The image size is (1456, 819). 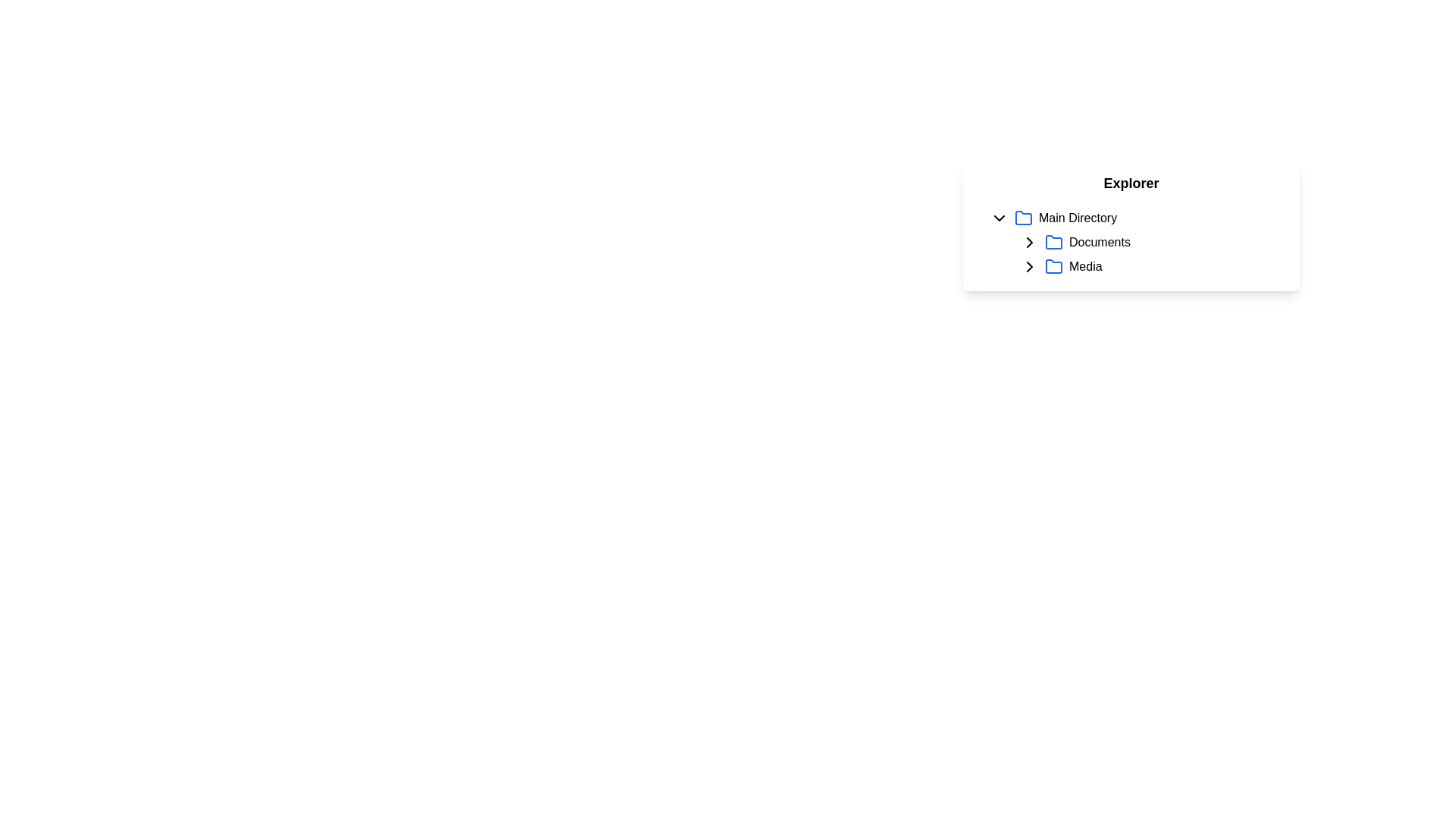 What do you see at coordinates (1153, 265) in the screenshot?
I see `the 'Media' folder representation with the toggle arrow` at bounding box center [1153, 265].